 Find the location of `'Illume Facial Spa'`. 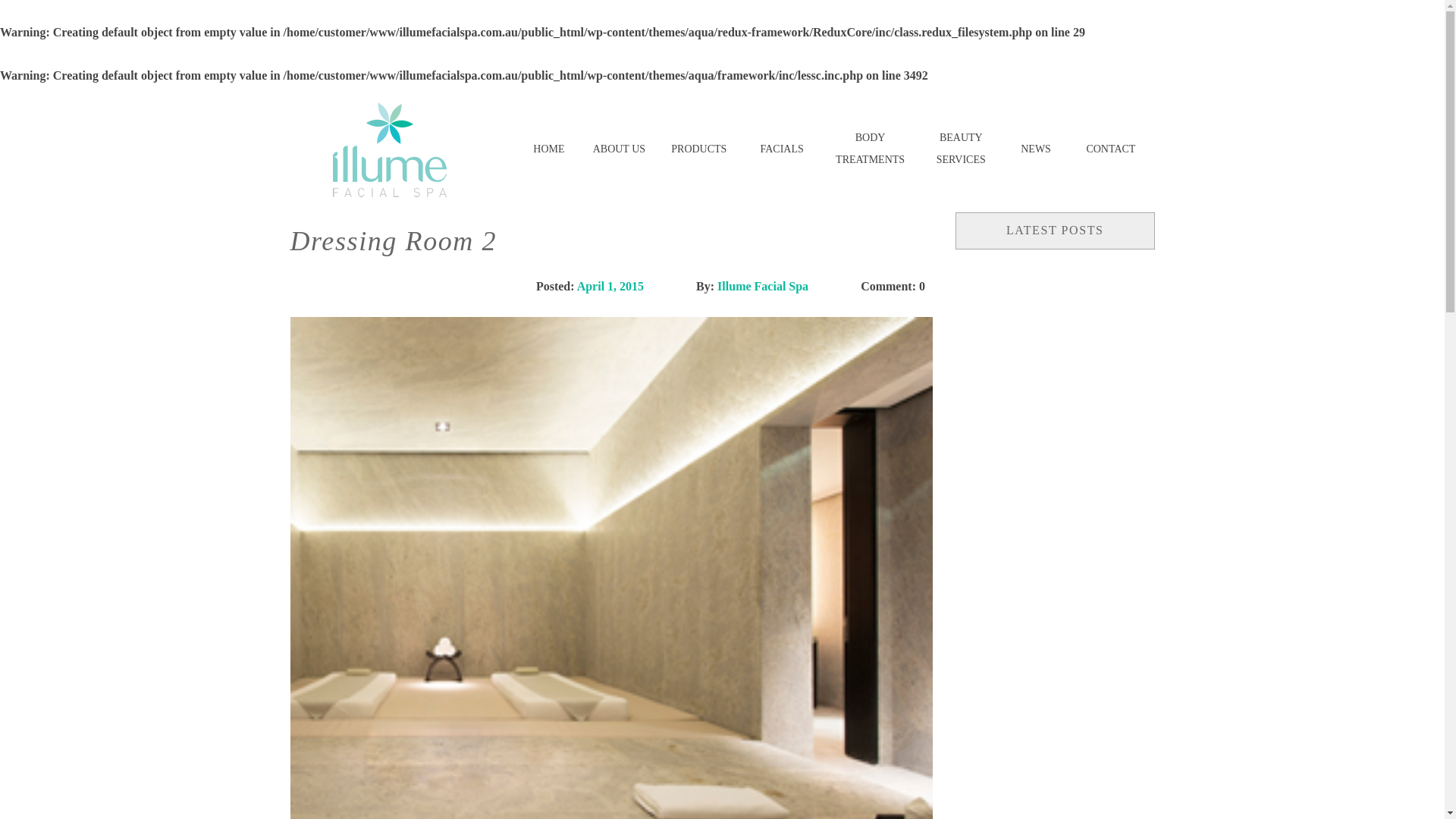

'Illume Facial Spa' is located at coordinates (763, 286).